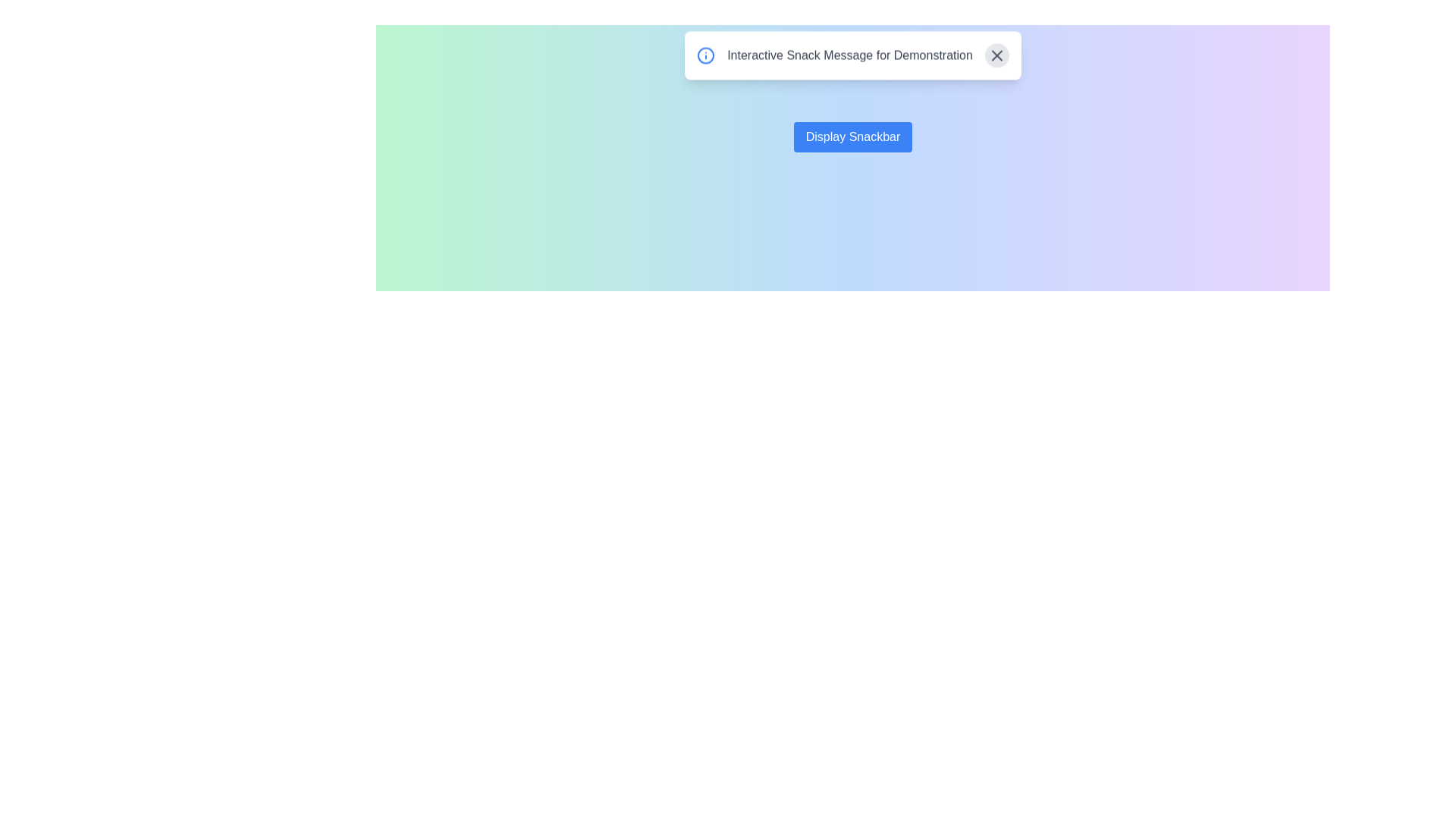 The image size is (1456, 819). Describe the element at coordinates (705, 61) in the screenshot. I see `the circular outline of the information icon, which has a blue stroke and is located in the top-right corner of the interface within an SVG element` at that location.